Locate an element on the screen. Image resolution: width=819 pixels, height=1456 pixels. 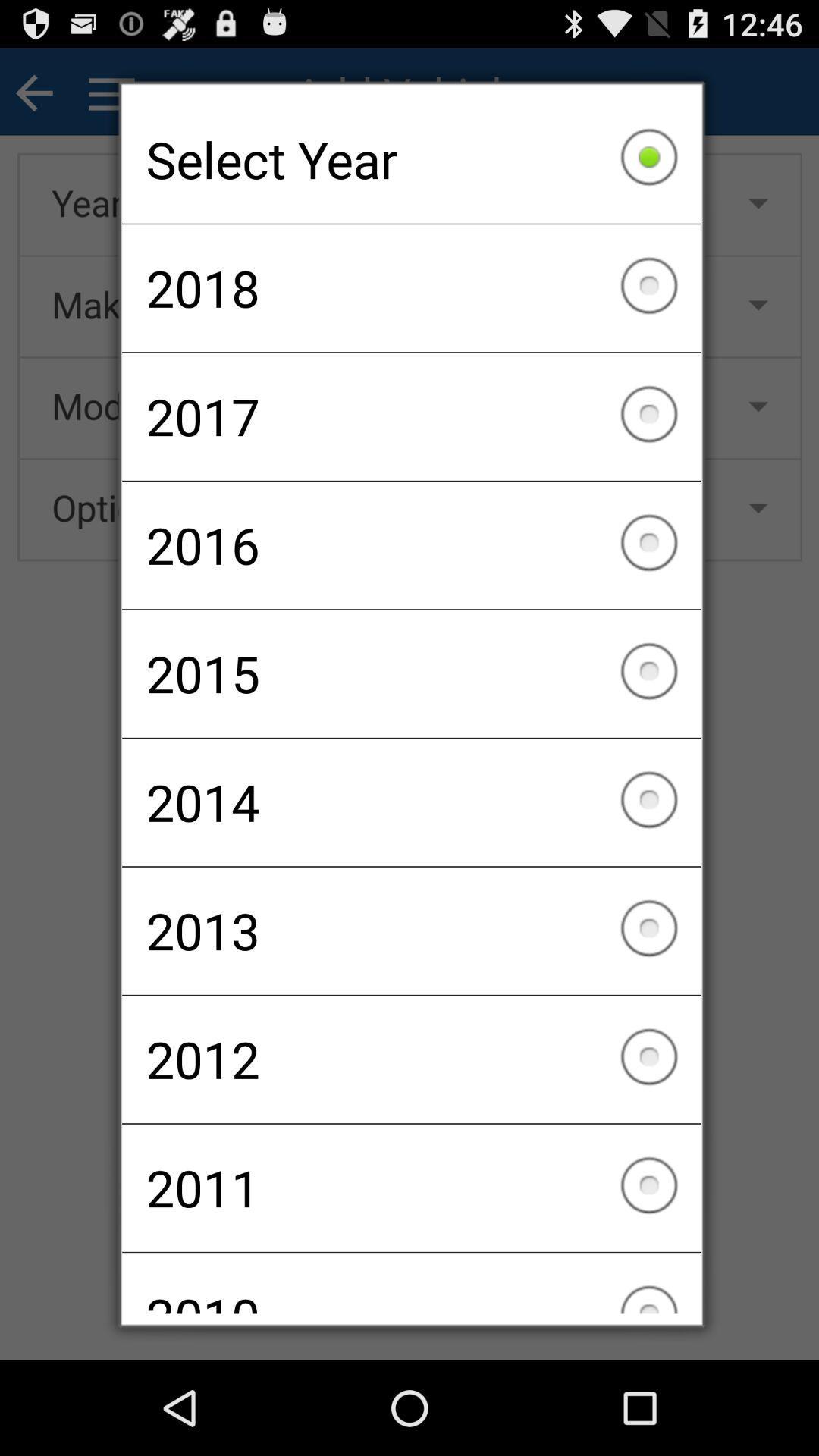
2015 checkbox is located at coordinates (411, 673).